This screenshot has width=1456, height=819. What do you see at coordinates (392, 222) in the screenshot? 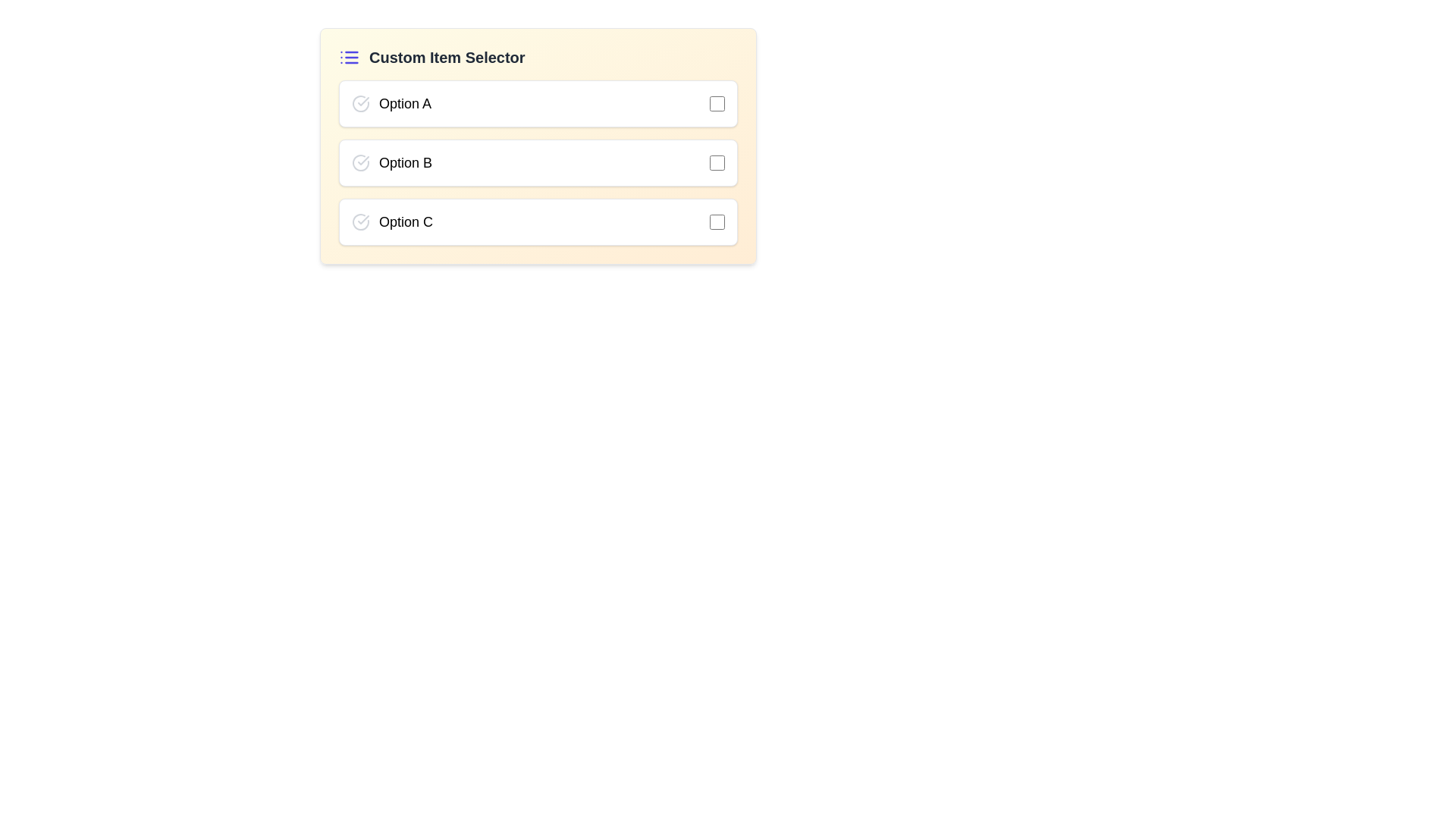
I see `label 'Option C' which is styled with a medium font weight and large size, accompanied by a circular icon with a checkmark on its left, located in the third position of the 'Custom Item Selector' list` at bounding box center [392, 222].